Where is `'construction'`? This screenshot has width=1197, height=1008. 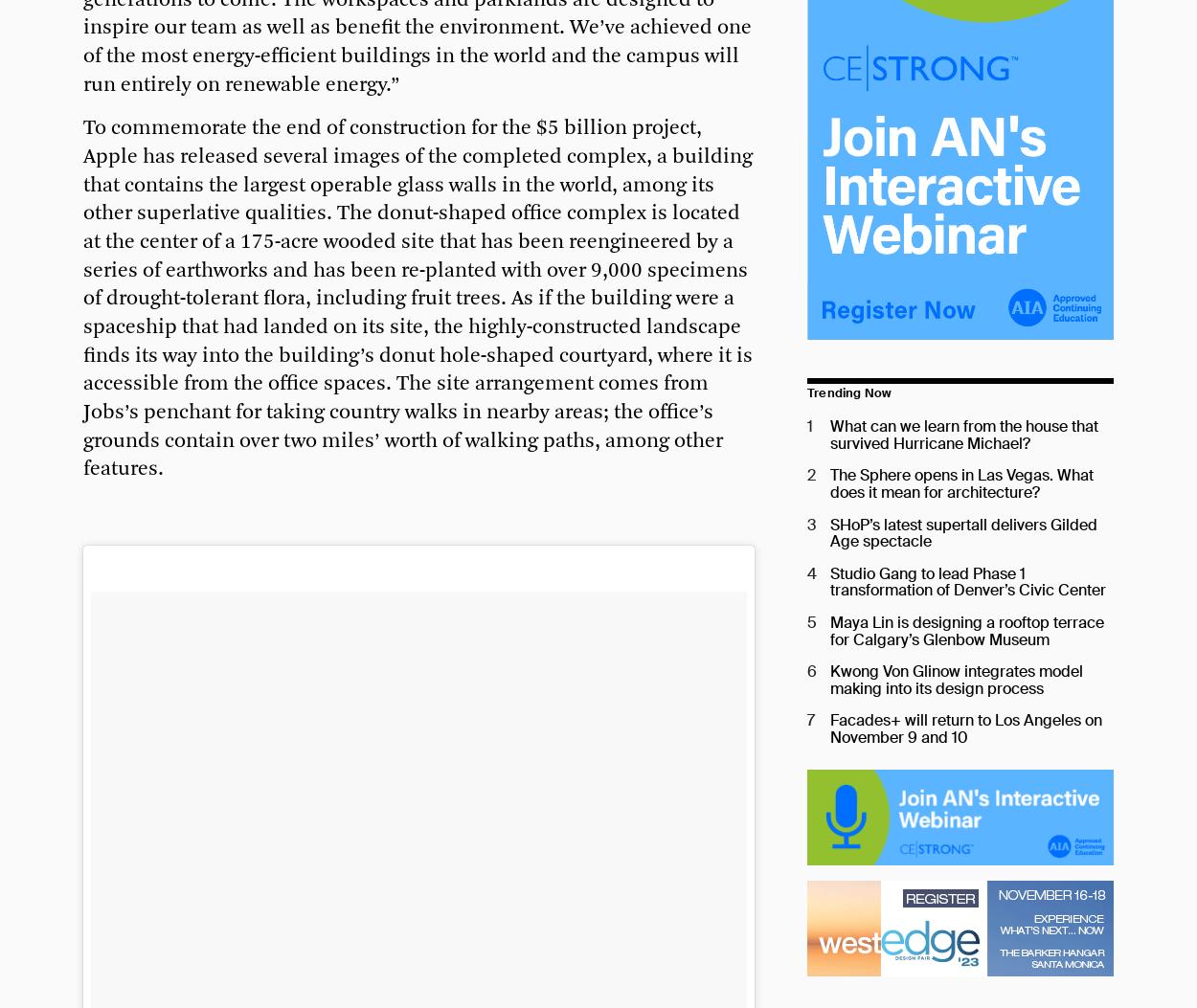
'construction' is located at coordinates (408, 128).